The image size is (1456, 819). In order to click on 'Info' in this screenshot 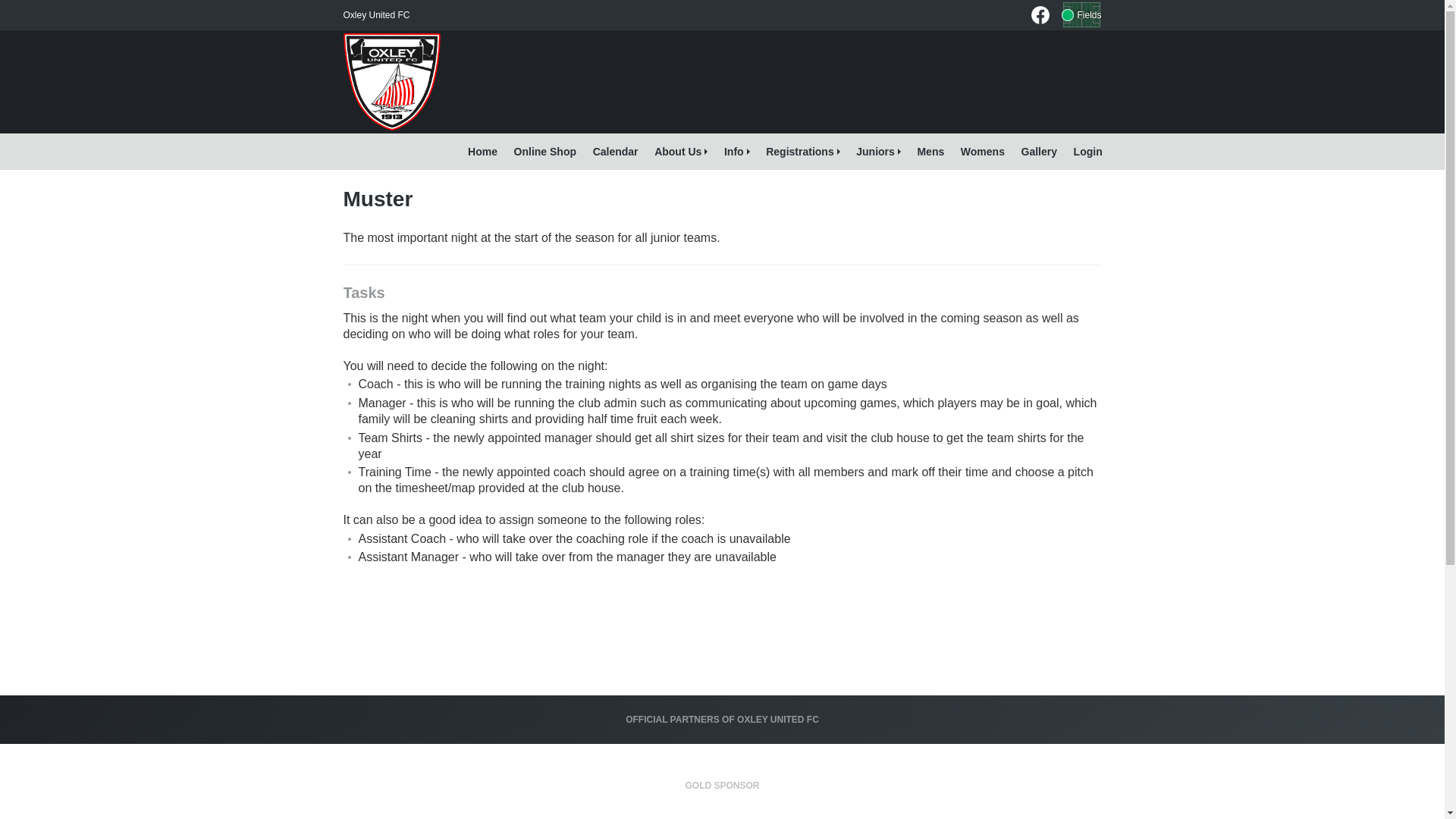, I will do `click(736, 152)`.